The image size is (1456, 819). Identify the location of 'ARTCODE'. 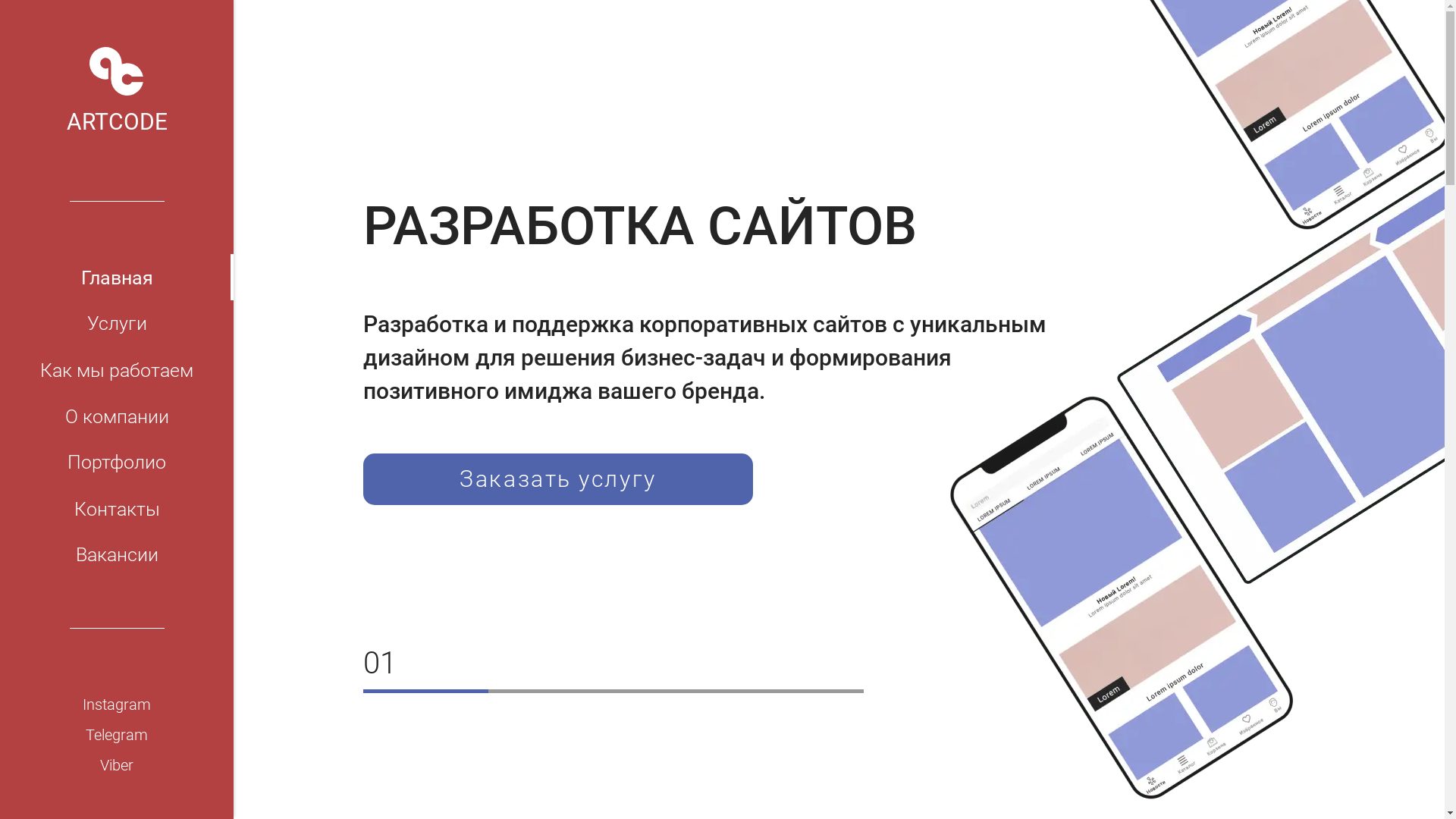
(115, 90).